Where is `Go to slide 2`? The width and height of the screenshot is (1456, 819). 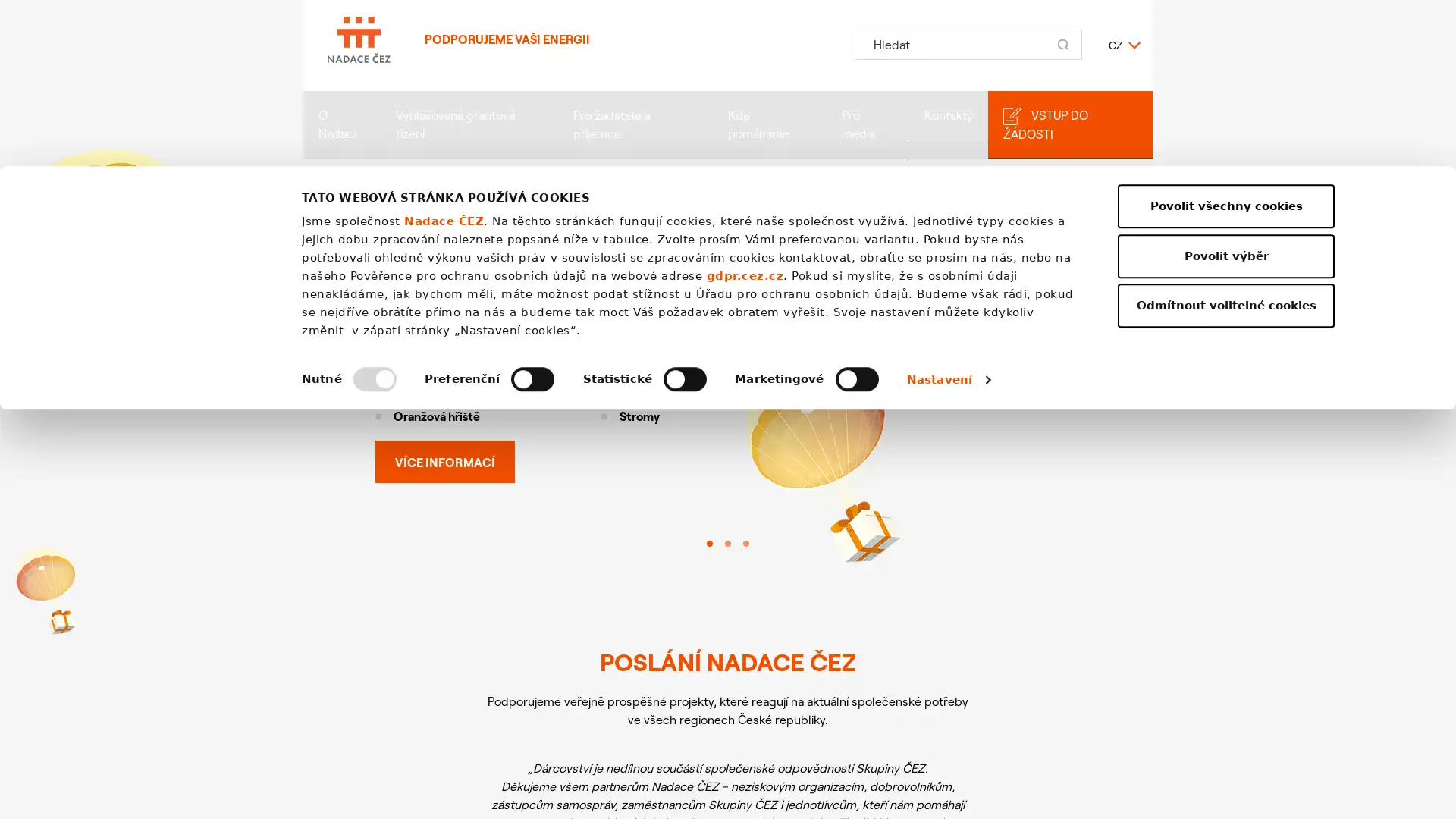 Go to slide 2 is located at coordinates (728, 542).